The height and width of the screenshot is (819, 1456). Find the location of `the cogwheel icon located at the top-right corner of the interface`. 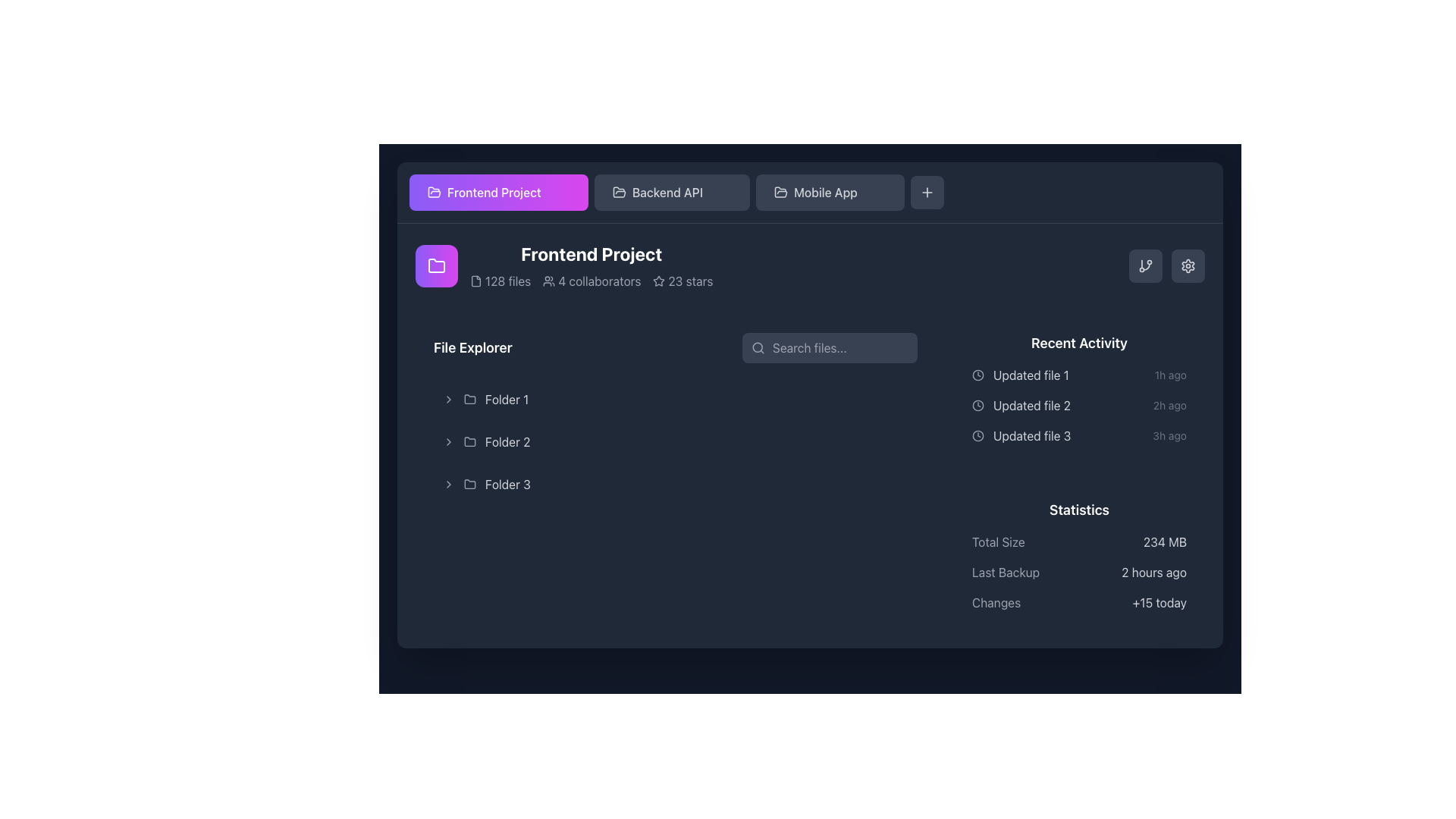

the cogwheel icon located at the top-right corner of the interface is located at coordinates (1187, 265).